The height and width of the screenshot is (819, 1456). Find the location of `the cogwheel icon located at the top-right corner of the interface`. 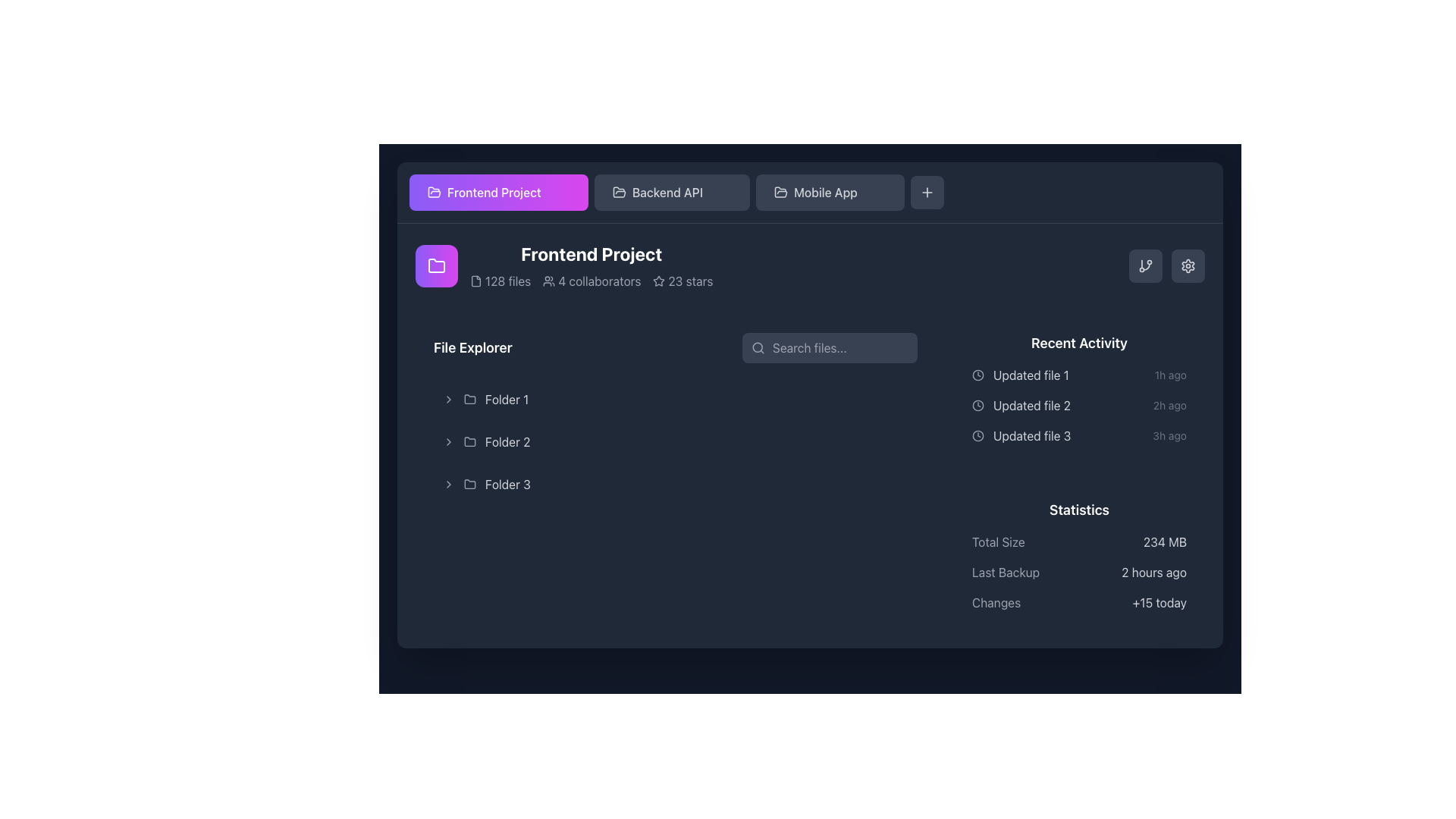

the cogwheel icon located at the top-right corner of the interface is located at coordinates (1187, 265).